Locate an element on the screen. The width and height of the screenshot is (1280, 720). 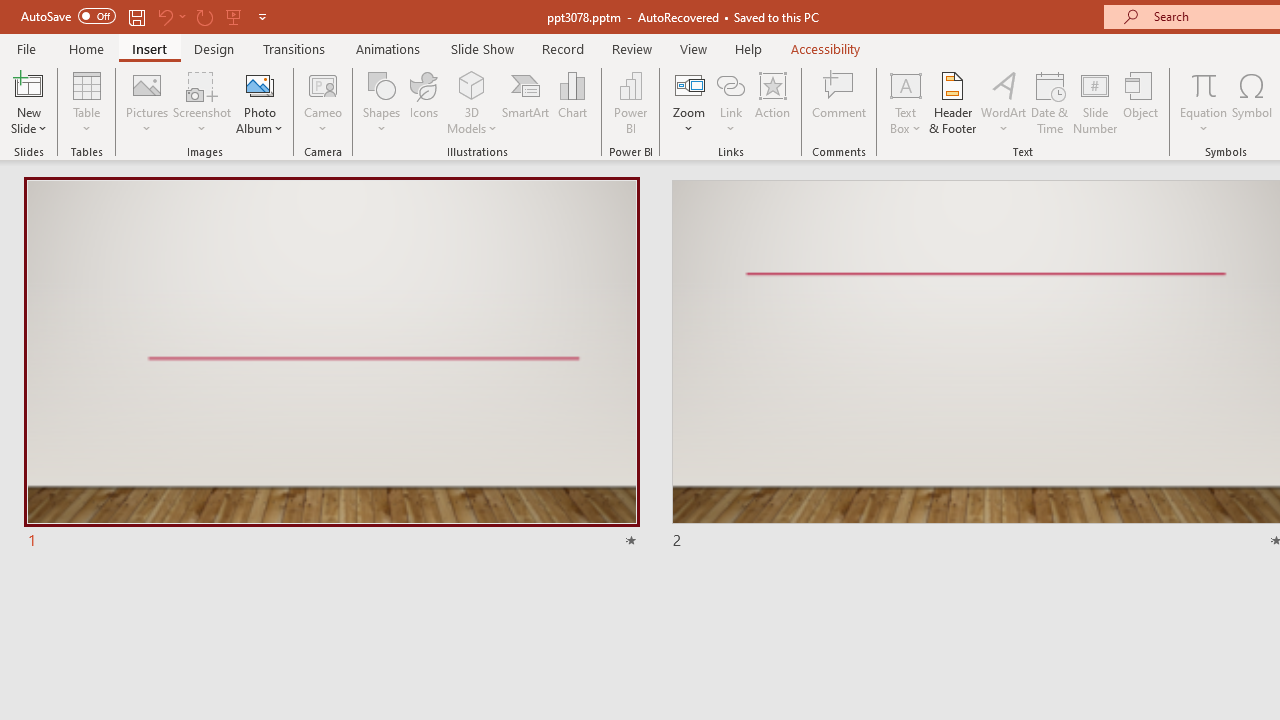
'Link' is located at coordinates (730, 84).